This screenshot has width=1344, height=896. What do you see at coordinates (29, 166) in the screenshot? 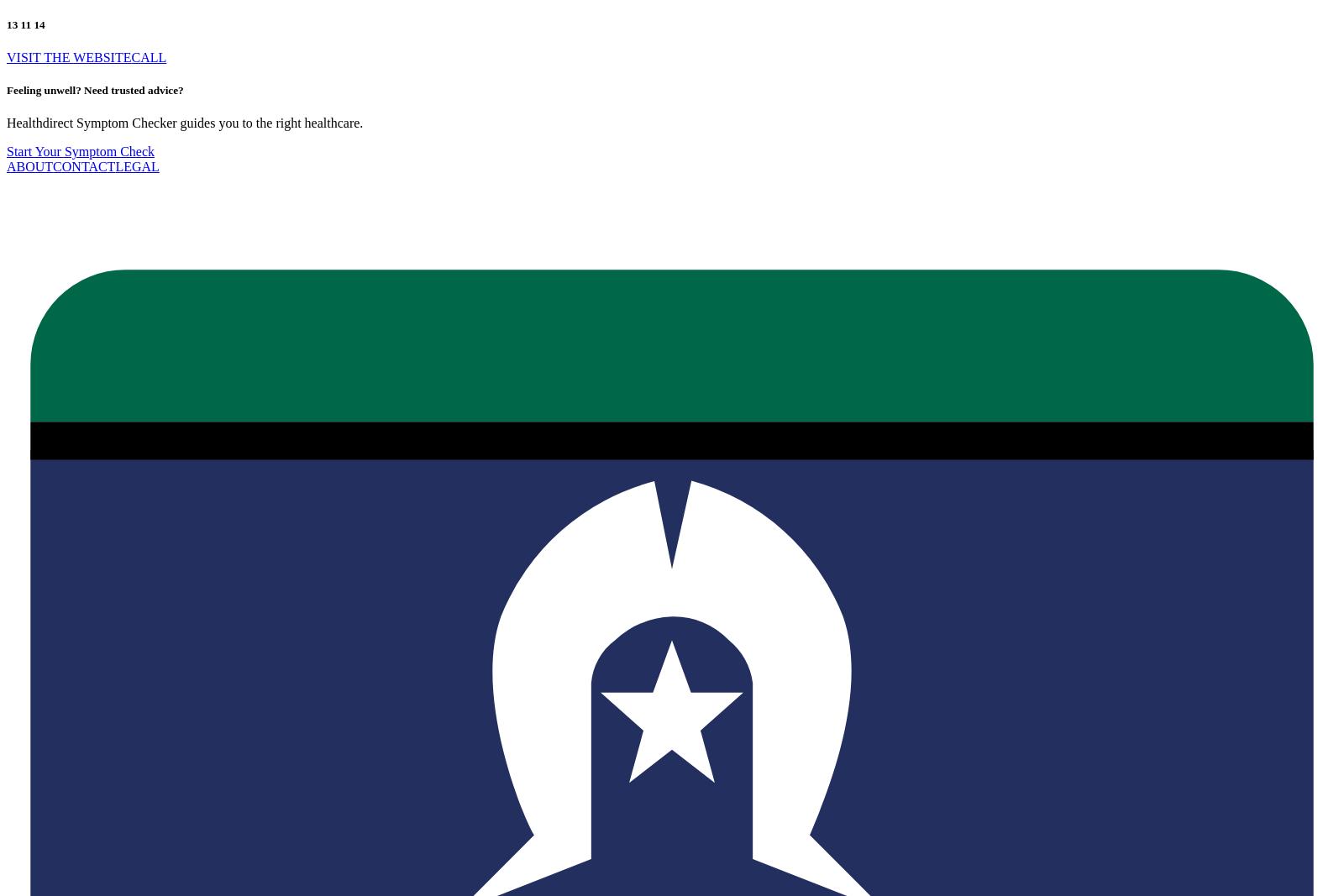
I see `'ABOUT'` at bounding box center [29, 166].